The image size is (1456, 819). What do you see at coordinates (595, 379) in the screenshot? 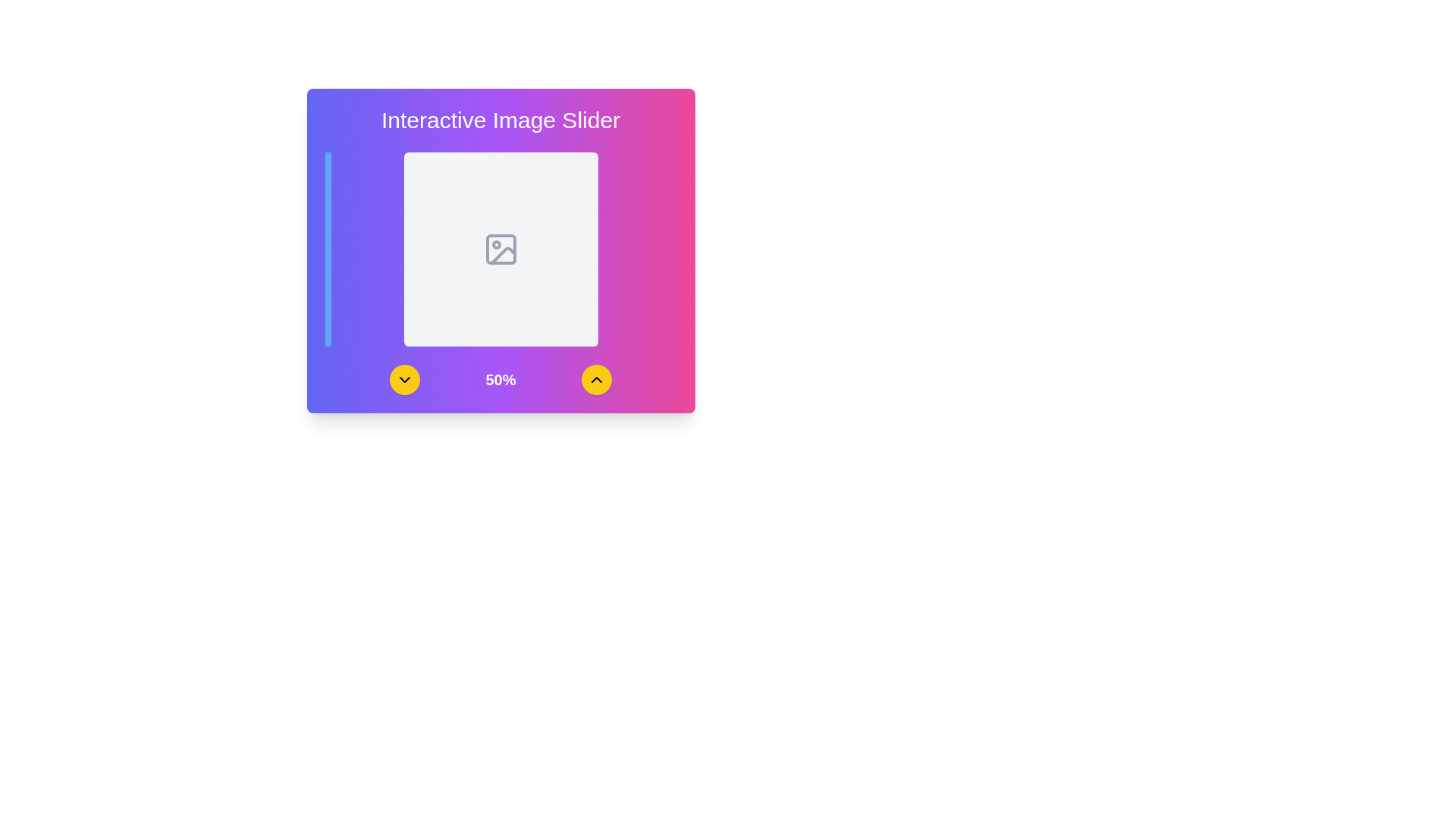
I see `the Up-chevron icon, which is a triangular icon resembling an upward arrow in black color, centered inside a yellow circular button located at the bottom-right of the main interface card` at bounding box center [595, 379].